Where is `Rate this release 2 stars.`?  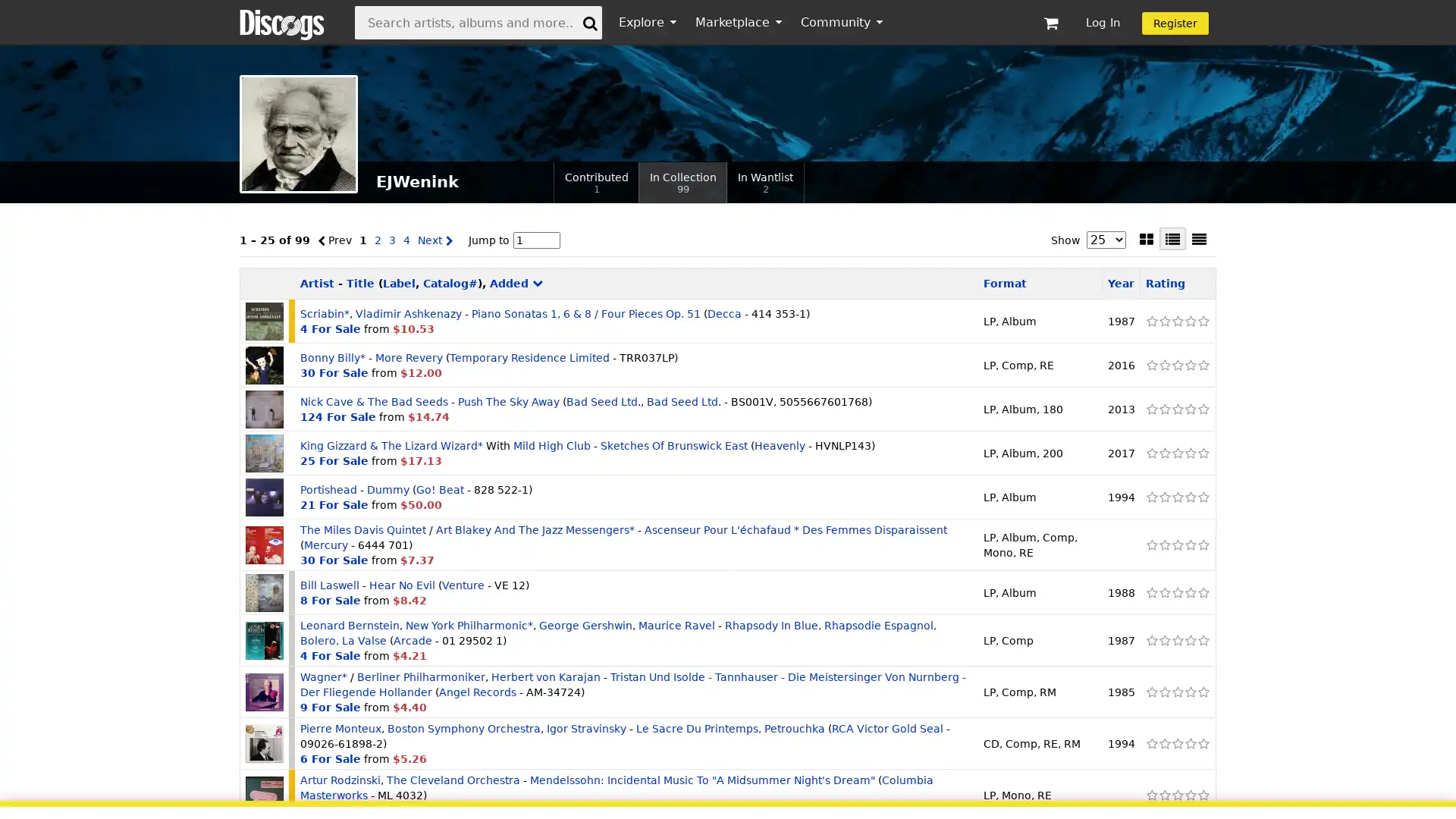 Rate this release 2 stars. is located at coordinates (1163, 321).